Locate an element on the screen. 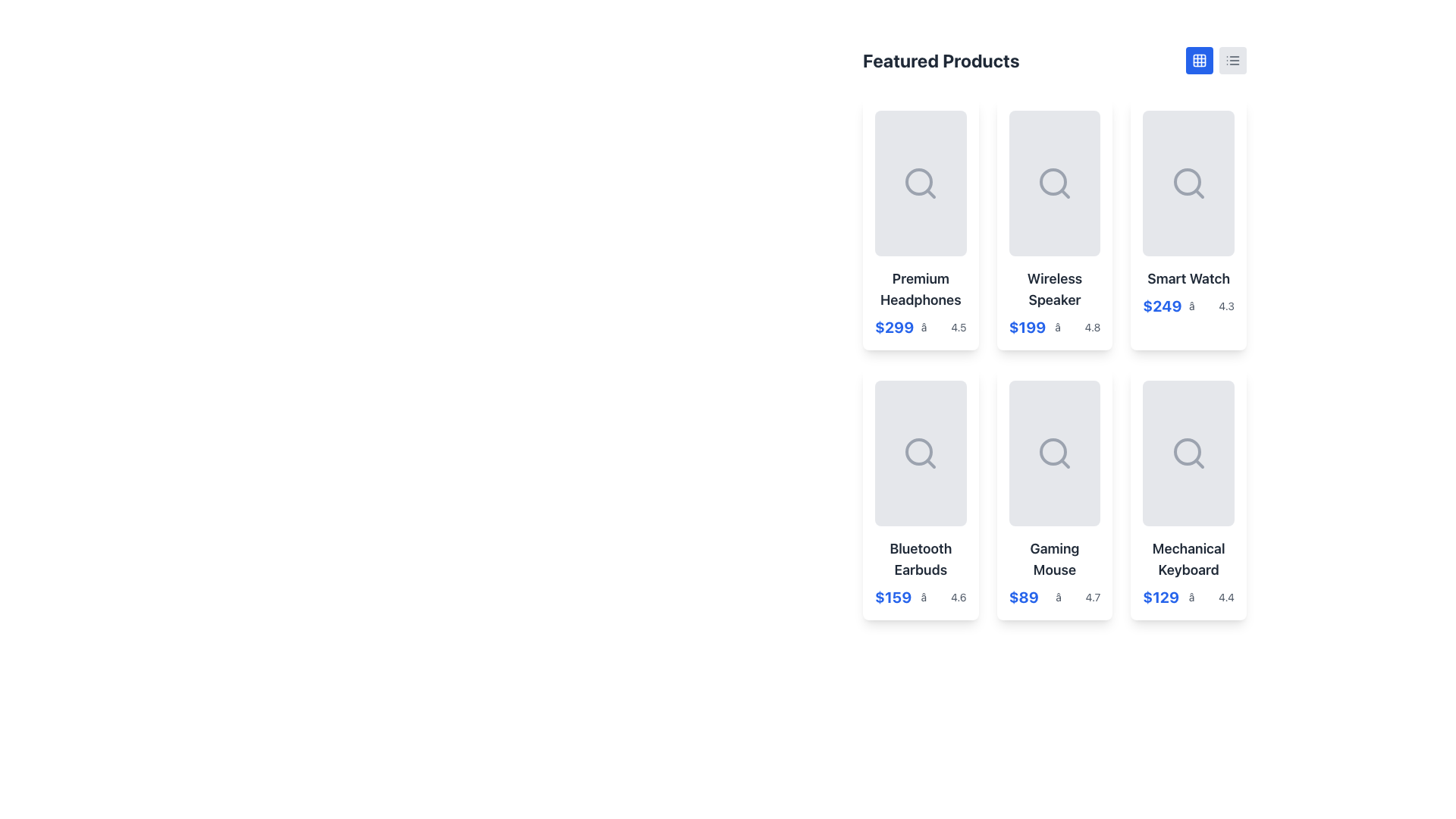 The image size is (1456, 819). the area near the price ('$159') or rating ('4.6') of the Complex label in the 'Bluetooth Earbuds' product card is located at coordinates (920, 596).